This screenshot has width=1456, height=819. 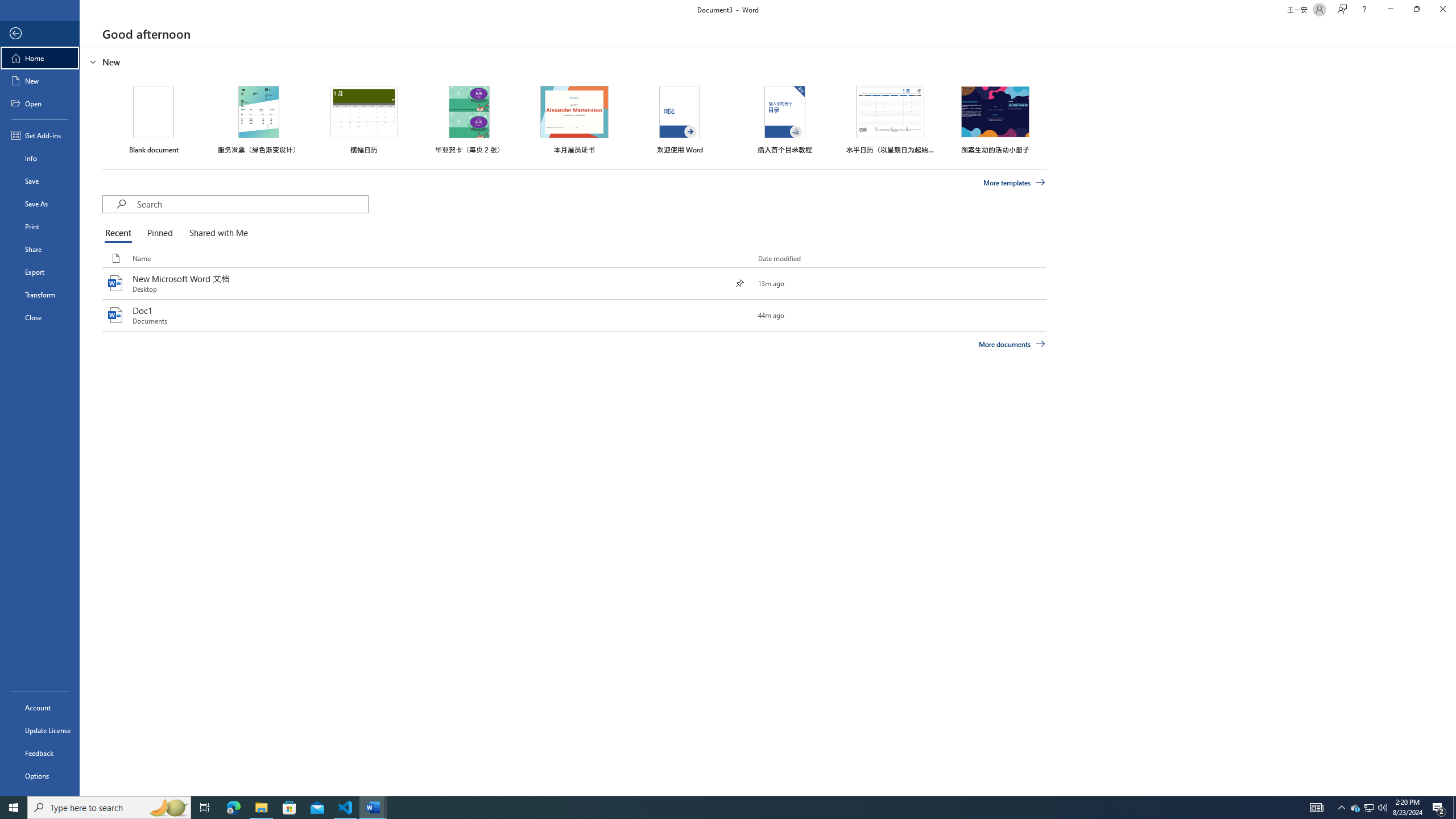 I want to click on 'New', so click(x=39, y=80).